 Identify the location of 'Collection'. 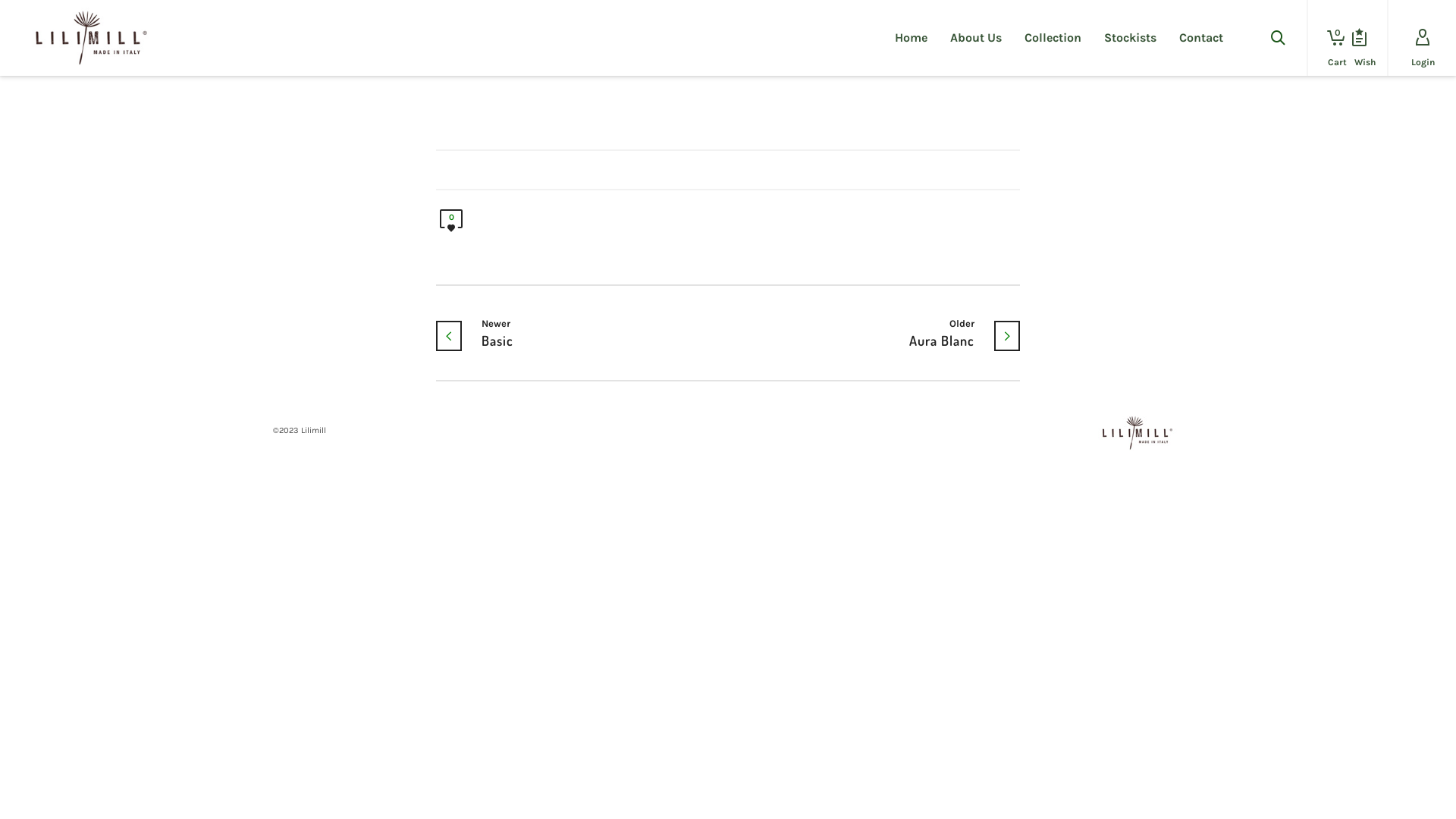
(1052, 37).